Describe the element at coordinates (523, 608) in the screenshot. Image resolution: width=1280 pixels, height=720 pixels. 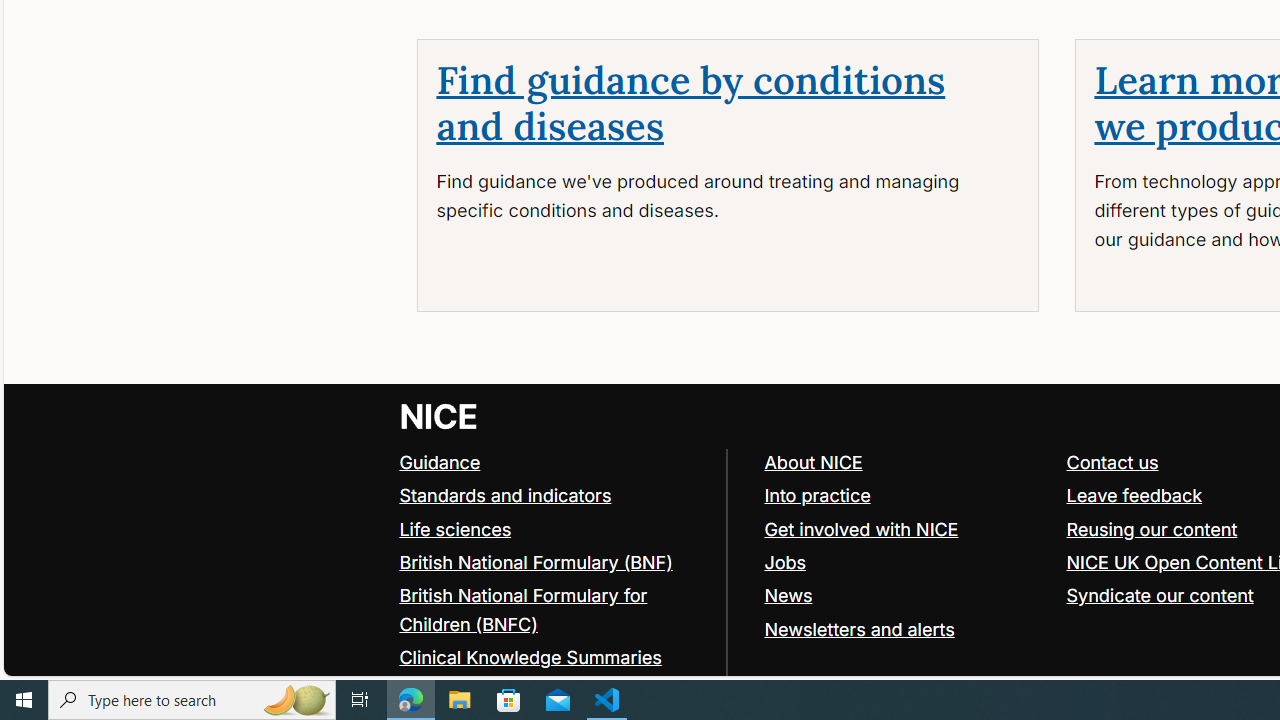
I see `'British National Formulary for Children (BNFC)'` at that location.